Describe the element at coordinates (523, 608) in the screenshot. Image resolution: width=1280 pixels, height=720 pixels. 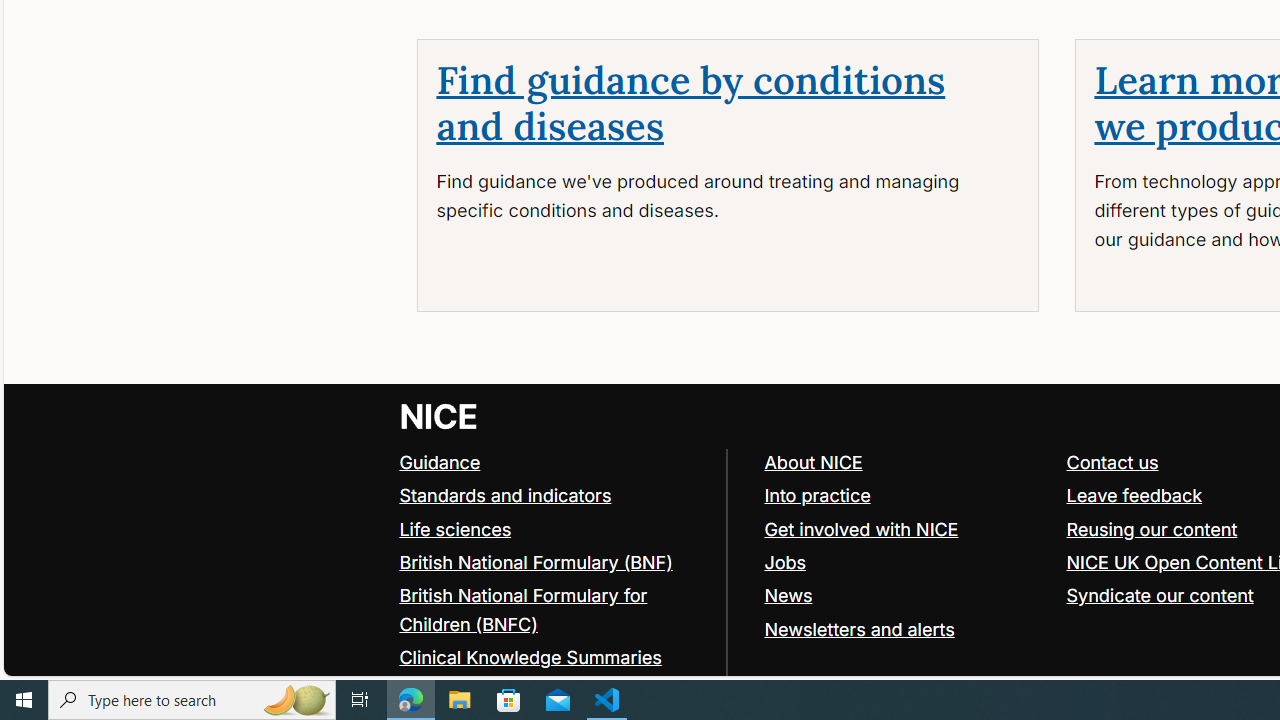
I see `'British National Formulary for Children (BNFC)'` at that location.